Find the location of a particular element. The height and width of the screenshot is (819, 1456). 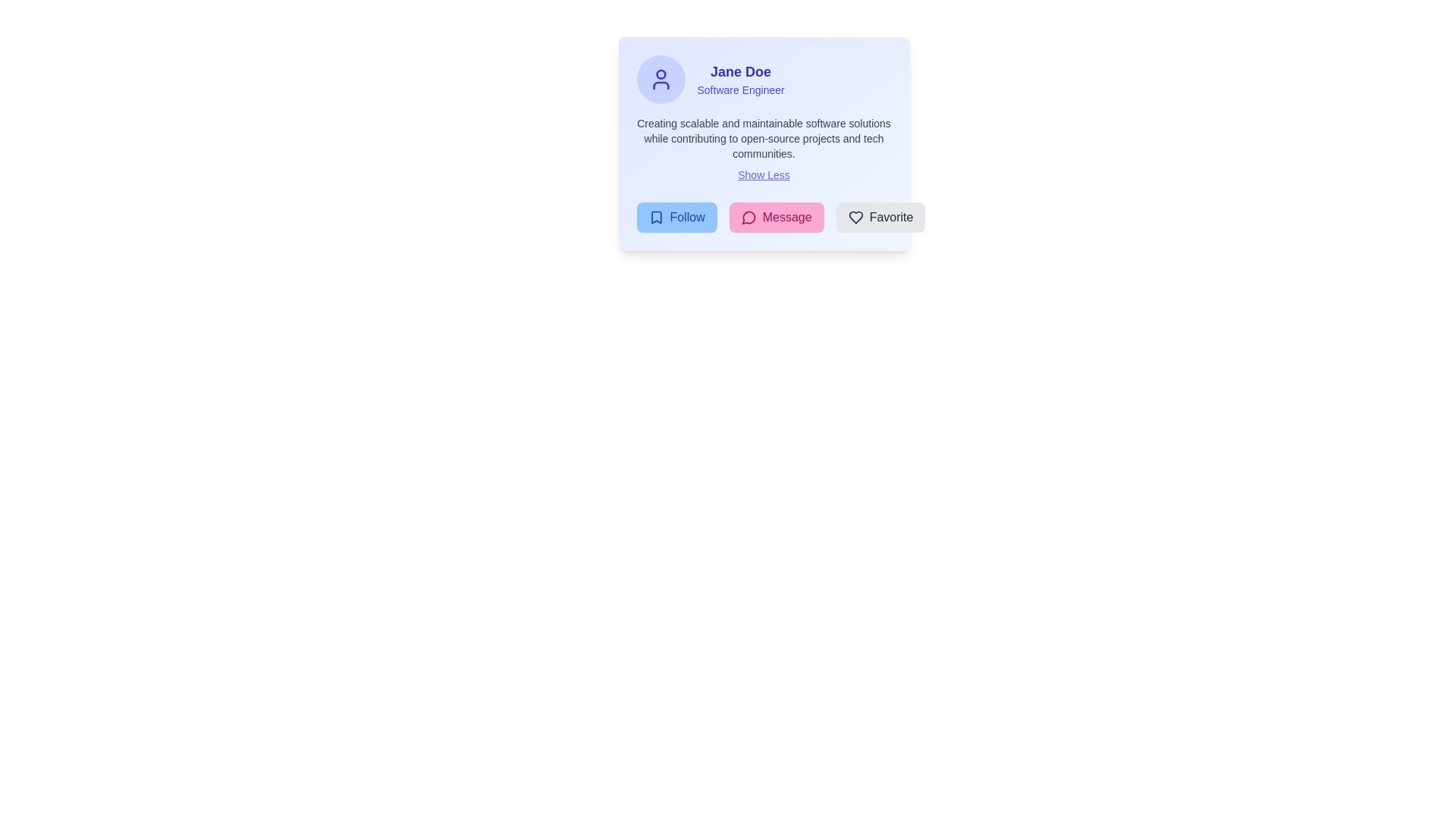

the text label displaying Jane Doe's job title, which is positioned directly beneath her name in the profile card is located at coordinates (741, 90).